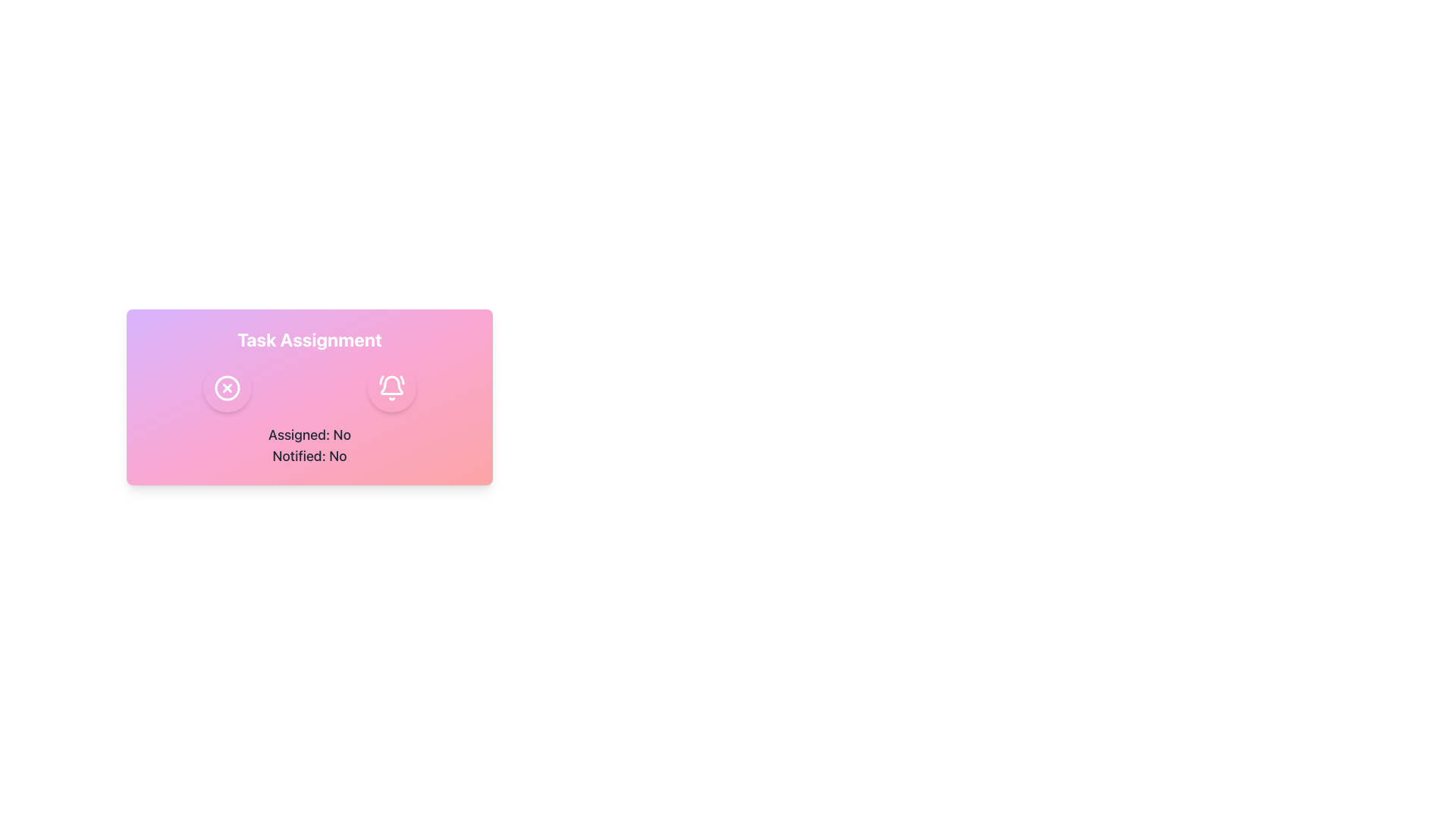 The image size is (1456, 819). I want to click on the dismiss or cancel button represented by an 'X' icon, located beneath 'Task Assignment' and above 'Assigned: No' and 'Notified: No', so click(226, 388).